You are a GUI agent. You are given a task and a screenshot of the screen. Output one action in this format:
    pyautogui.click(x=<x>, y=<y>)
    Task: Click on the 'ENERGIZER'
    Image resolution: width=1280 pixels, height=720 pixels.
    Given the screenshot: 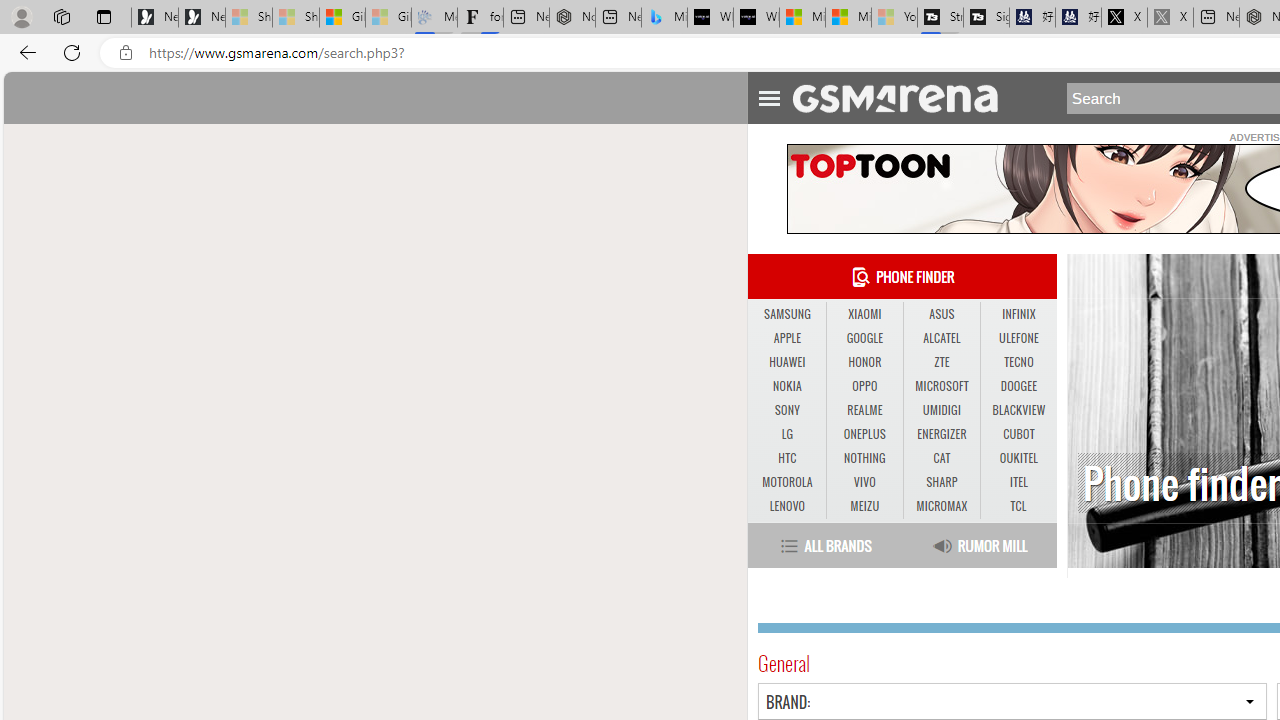 What is the action you would take?
    pyautogui.click(x=941, y=433)
    